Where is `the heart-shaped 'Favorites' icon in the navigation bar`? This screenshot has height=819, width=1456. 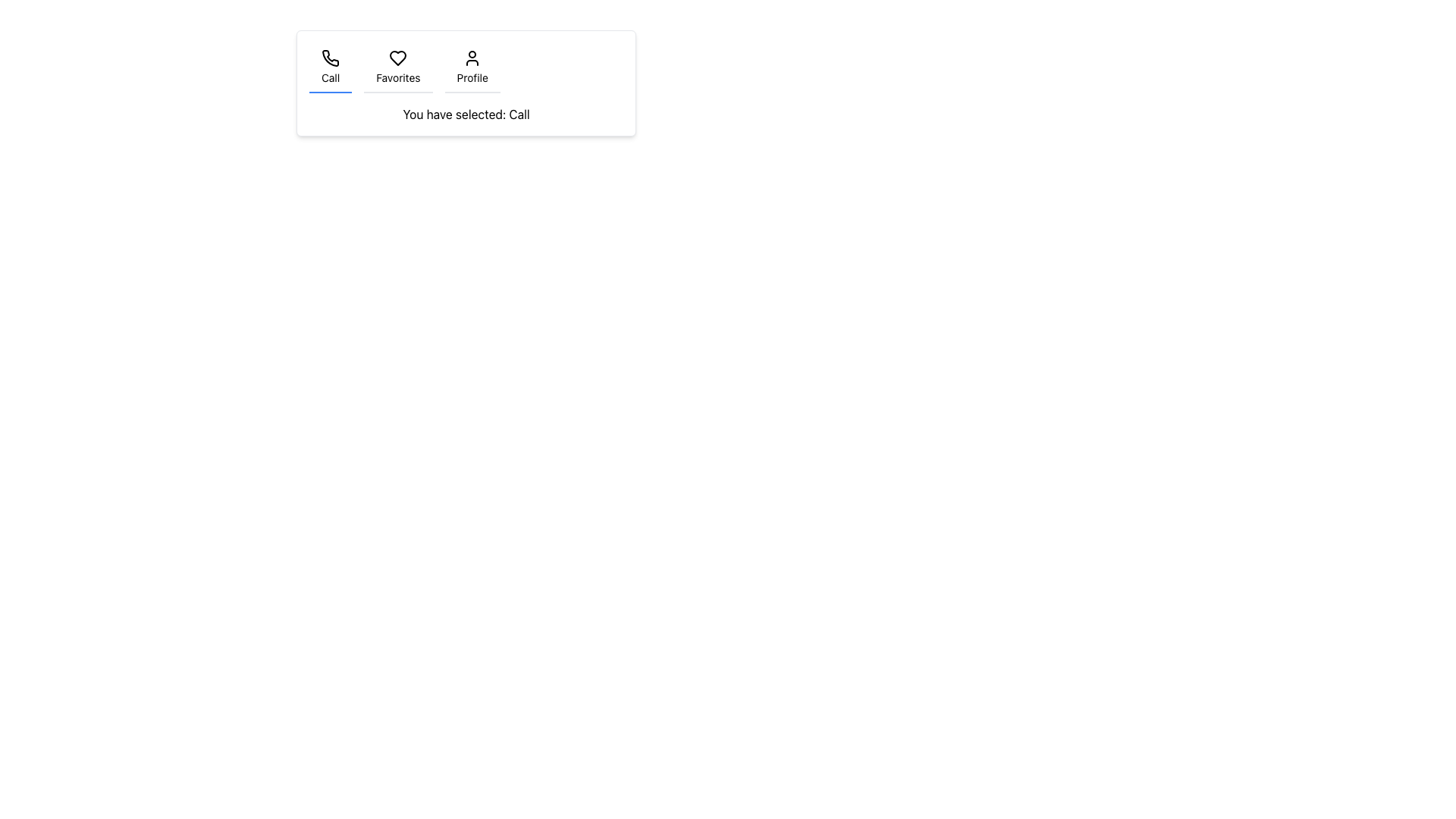
the heart-shaped 'Favorites' icon in the navigation bar is located at coordinates (398, 58).